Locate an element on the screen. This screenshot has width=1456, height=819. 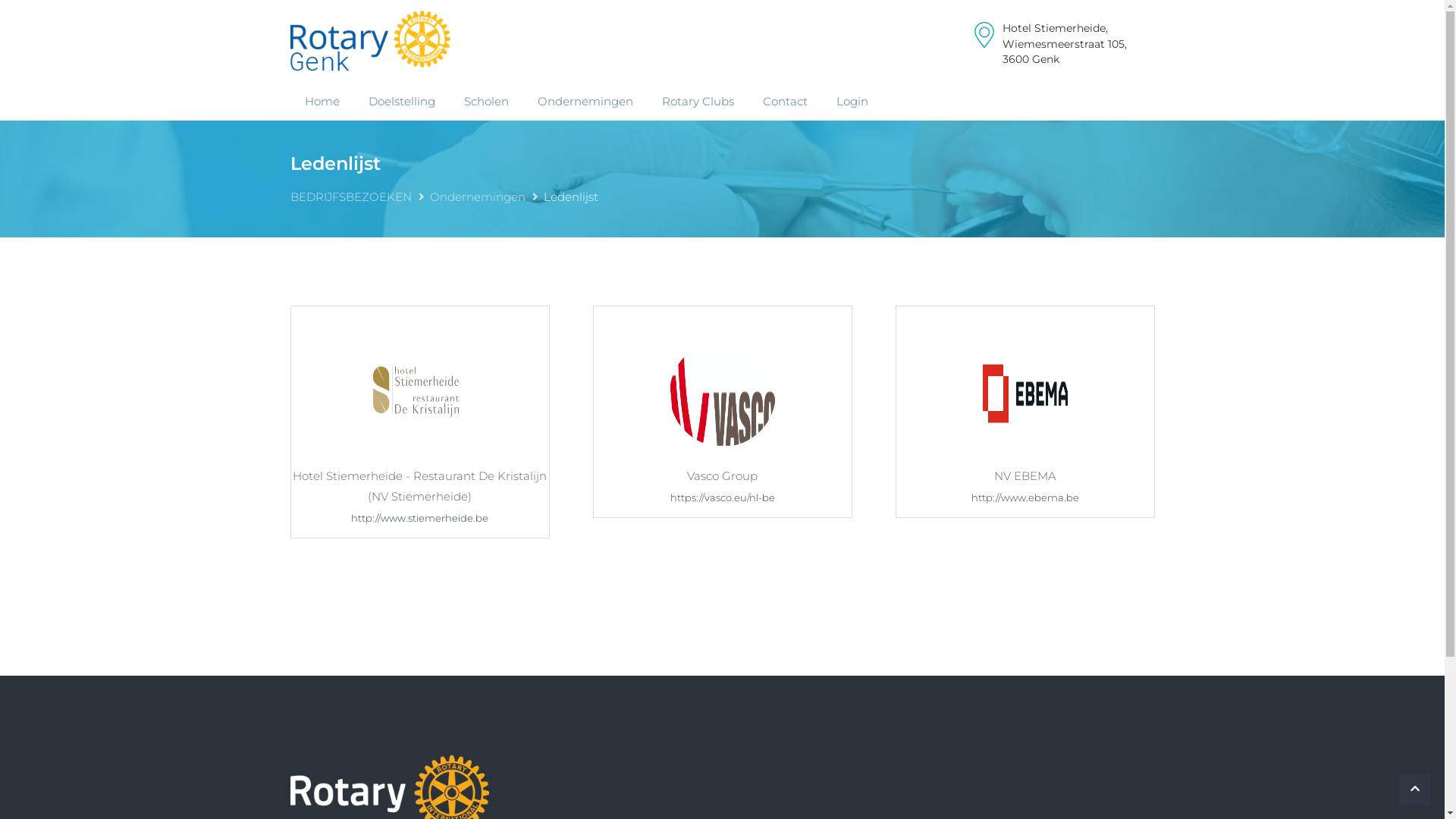
'NV EBEMA' is located at coordinates (1024, 391).